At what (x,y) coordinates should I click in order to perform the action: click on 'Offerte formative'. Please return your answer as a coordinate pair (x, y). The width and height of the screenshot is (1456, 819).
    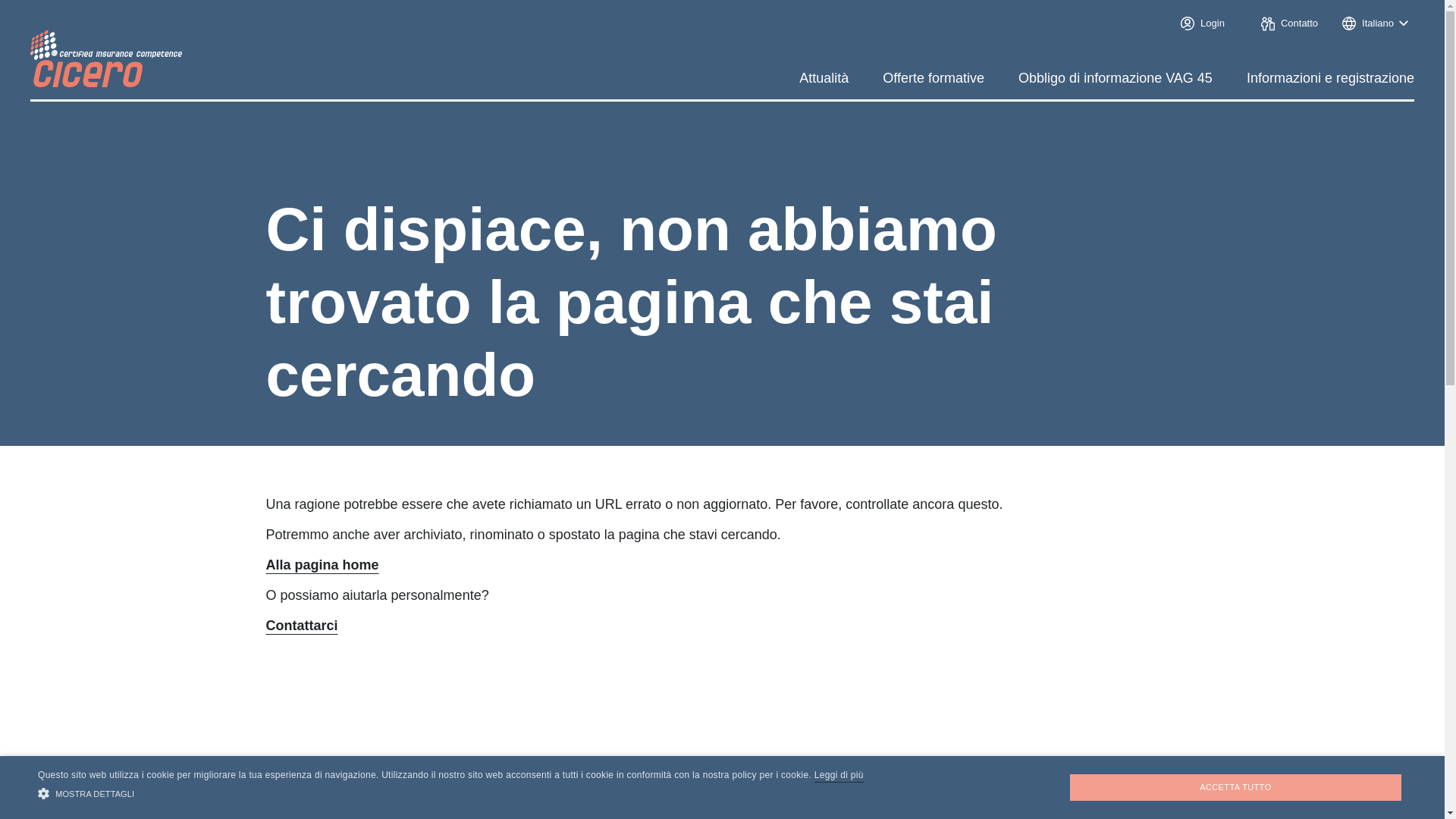
    Looking at the image, I should click on (932, 78).